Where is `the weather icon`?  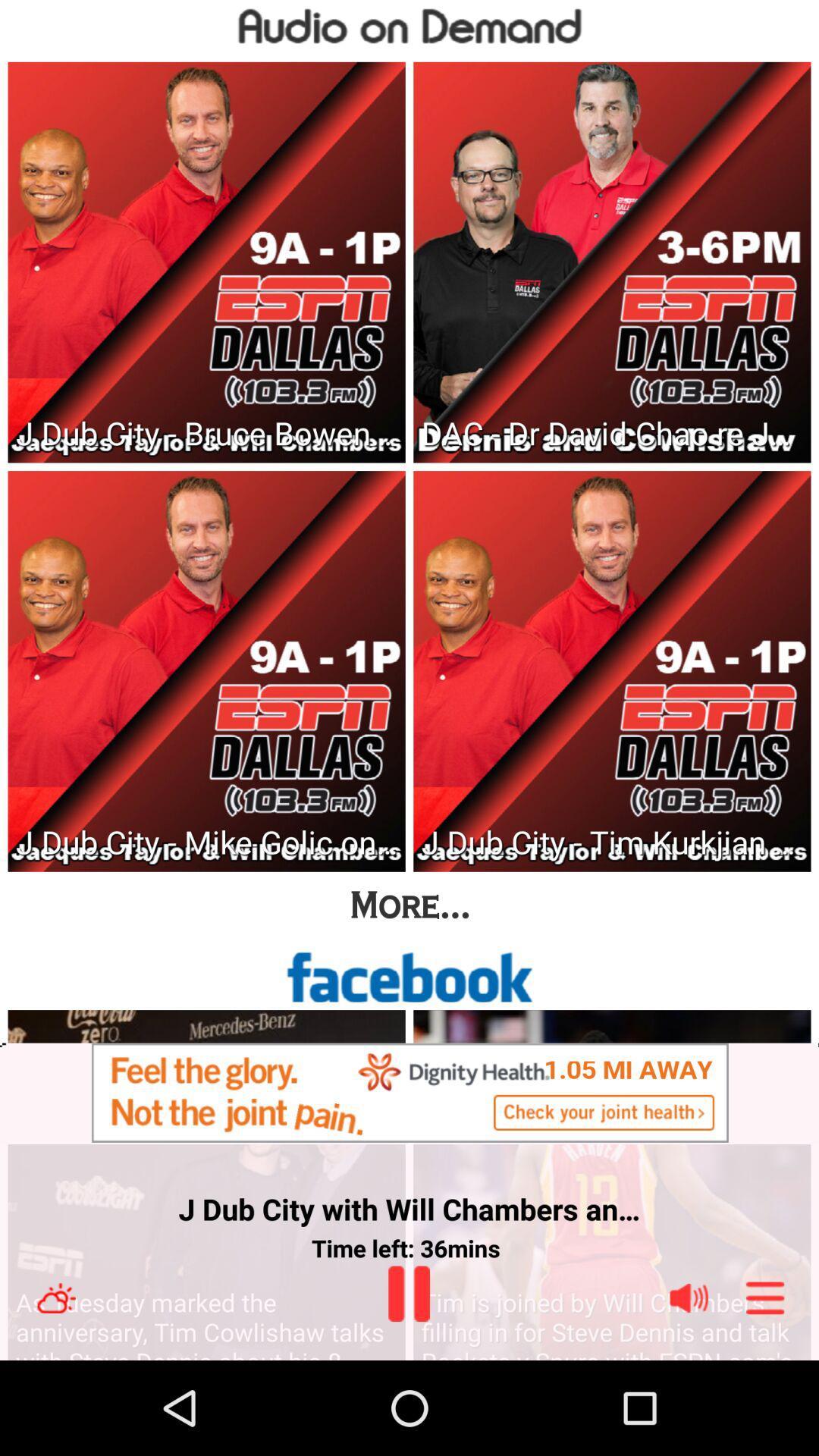 the weather icon is located at coordinates (55, 1389).